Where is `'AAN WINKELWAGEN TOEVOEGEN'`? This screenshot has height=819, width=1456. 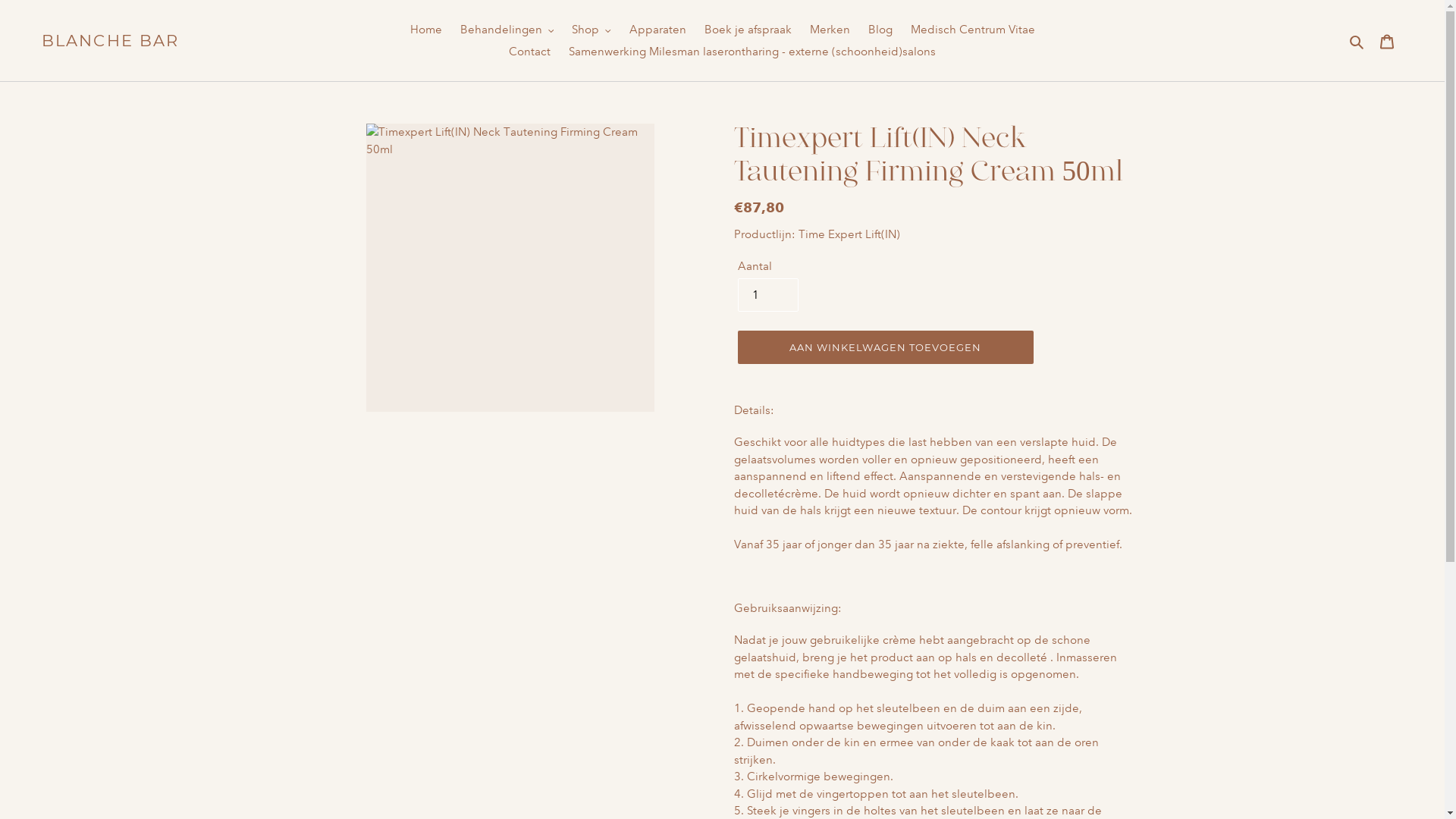 'AAN WINKELWAGEN TOEVOEGEN' is located at coordinates (884, 347).